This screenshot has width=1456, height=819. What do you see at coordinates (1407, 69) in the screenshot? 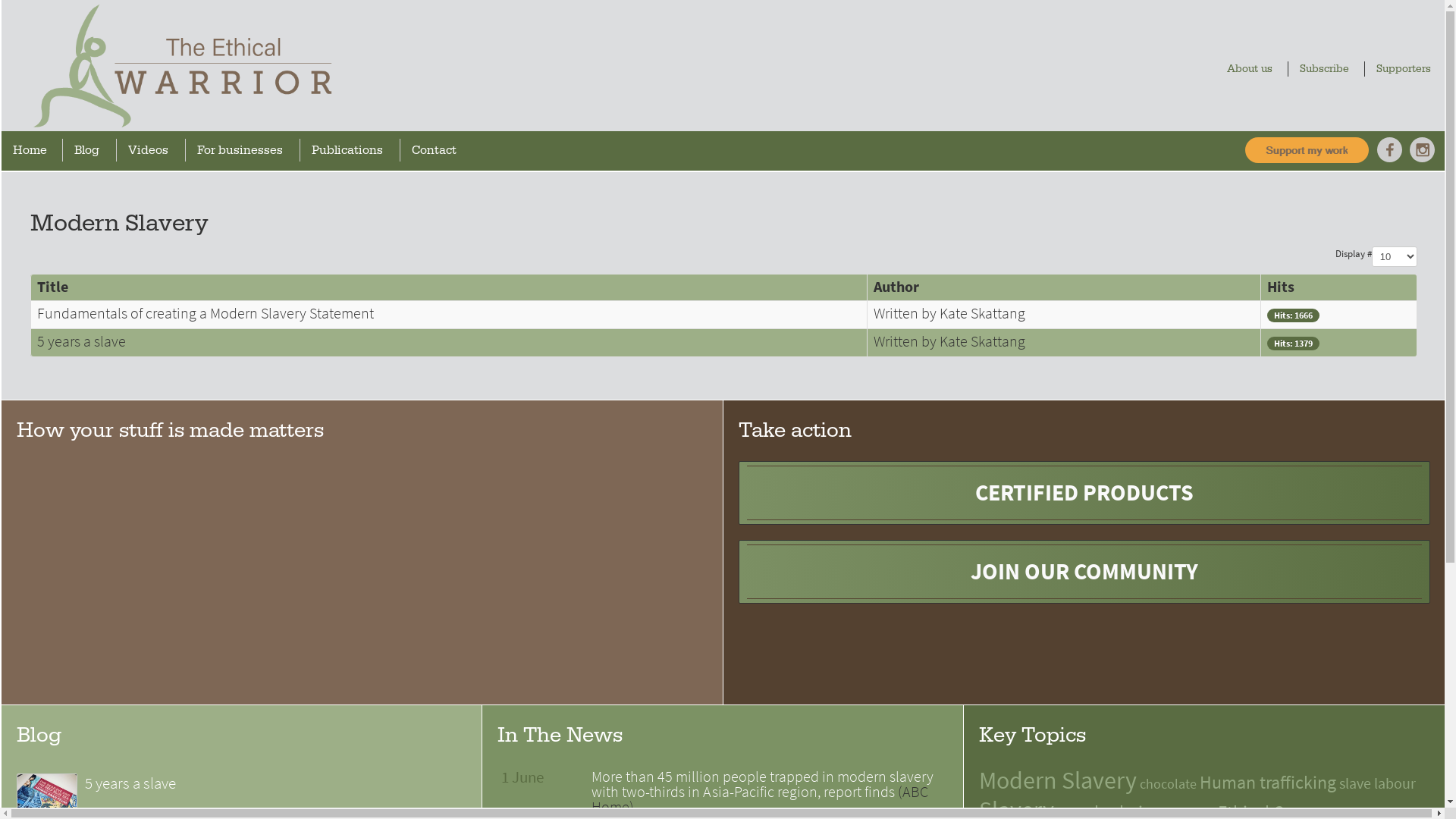
I see `'Supporters'` at bounding box center [1407, 69].